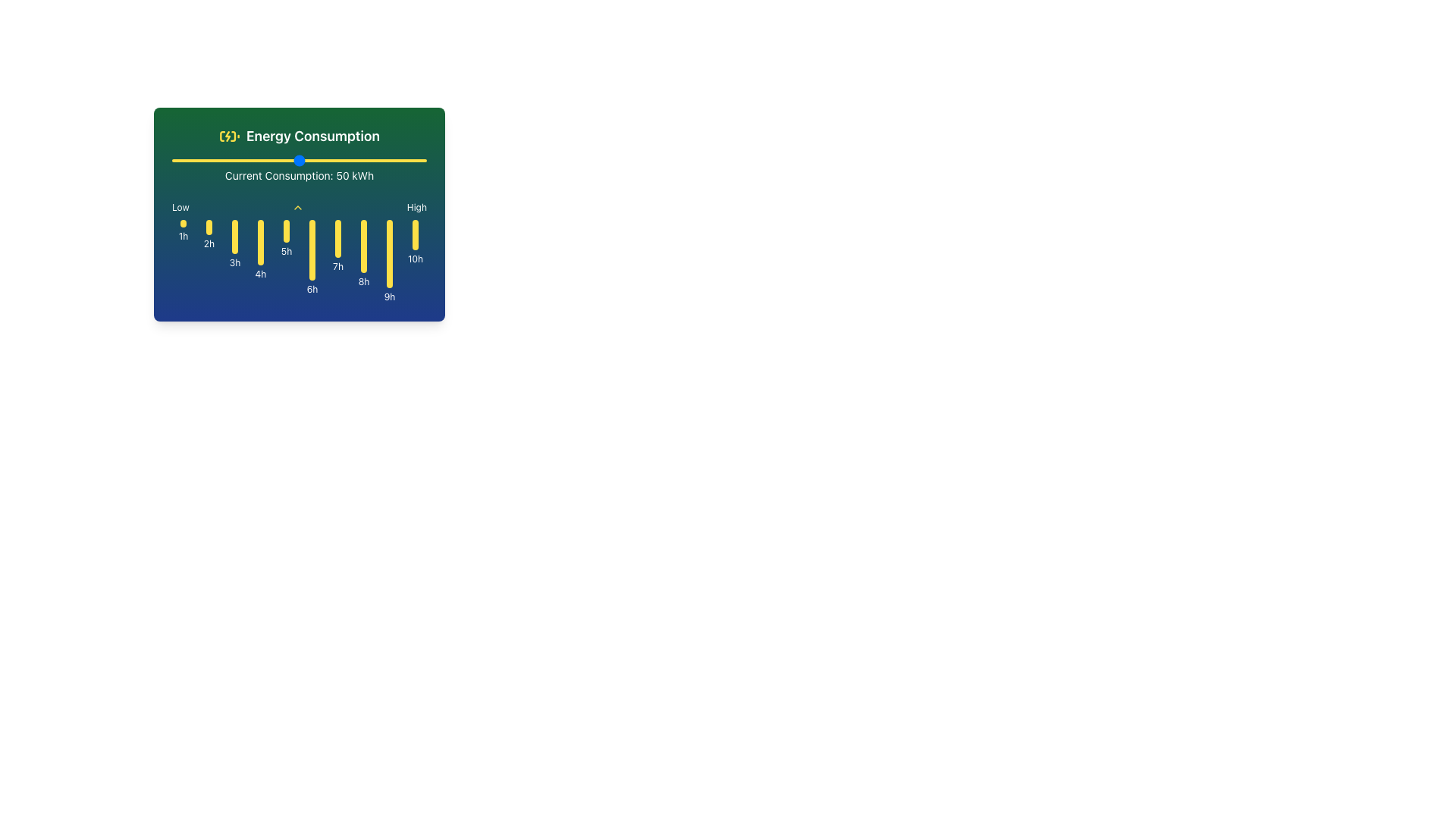  I want to click on the 6th yellow vertical bar in the bar chart labeled '6h', which visually represents data for a specific time segment, so click(312, 249).